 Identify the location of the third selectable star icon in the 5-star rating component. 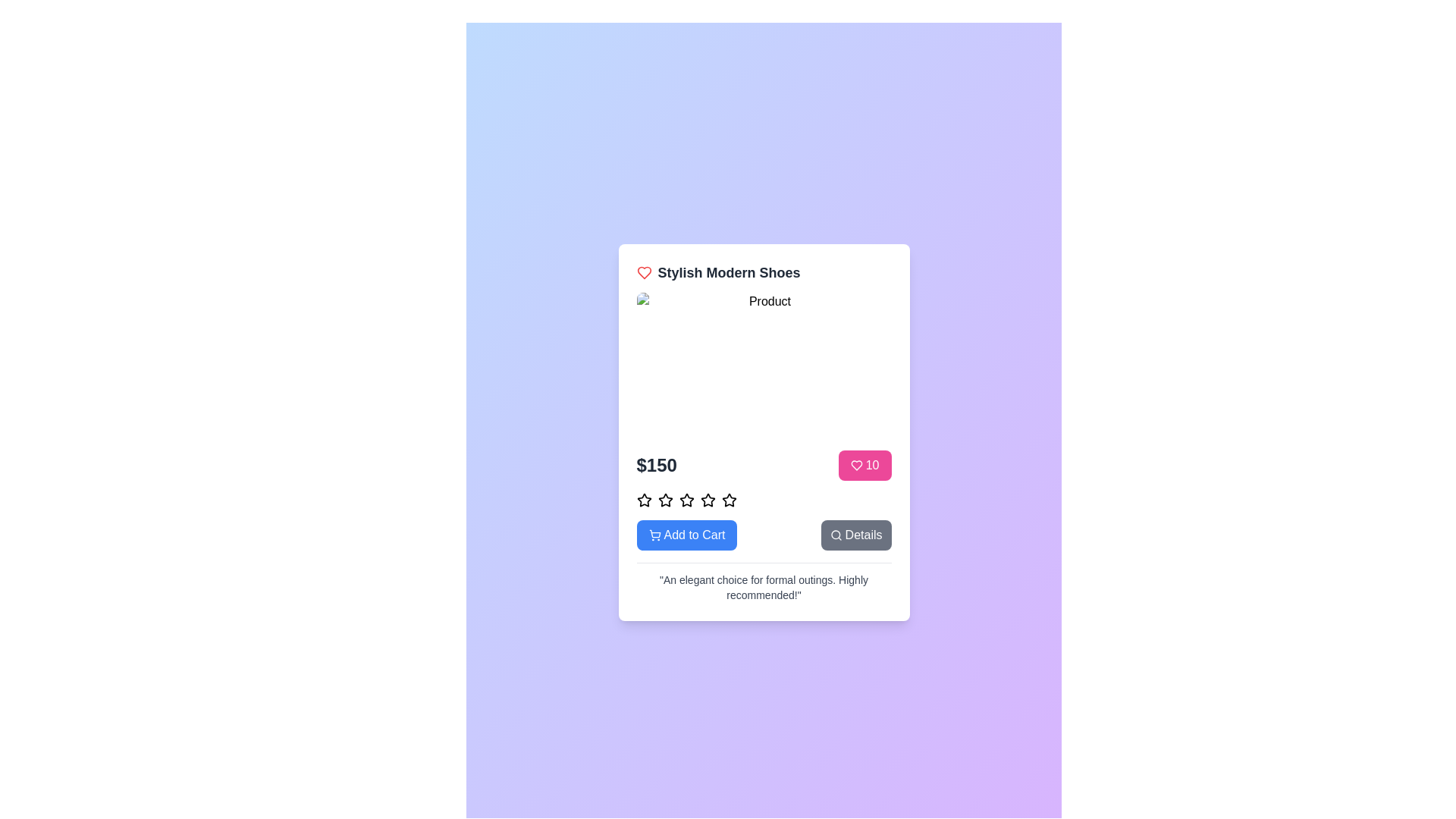
(686, 500).